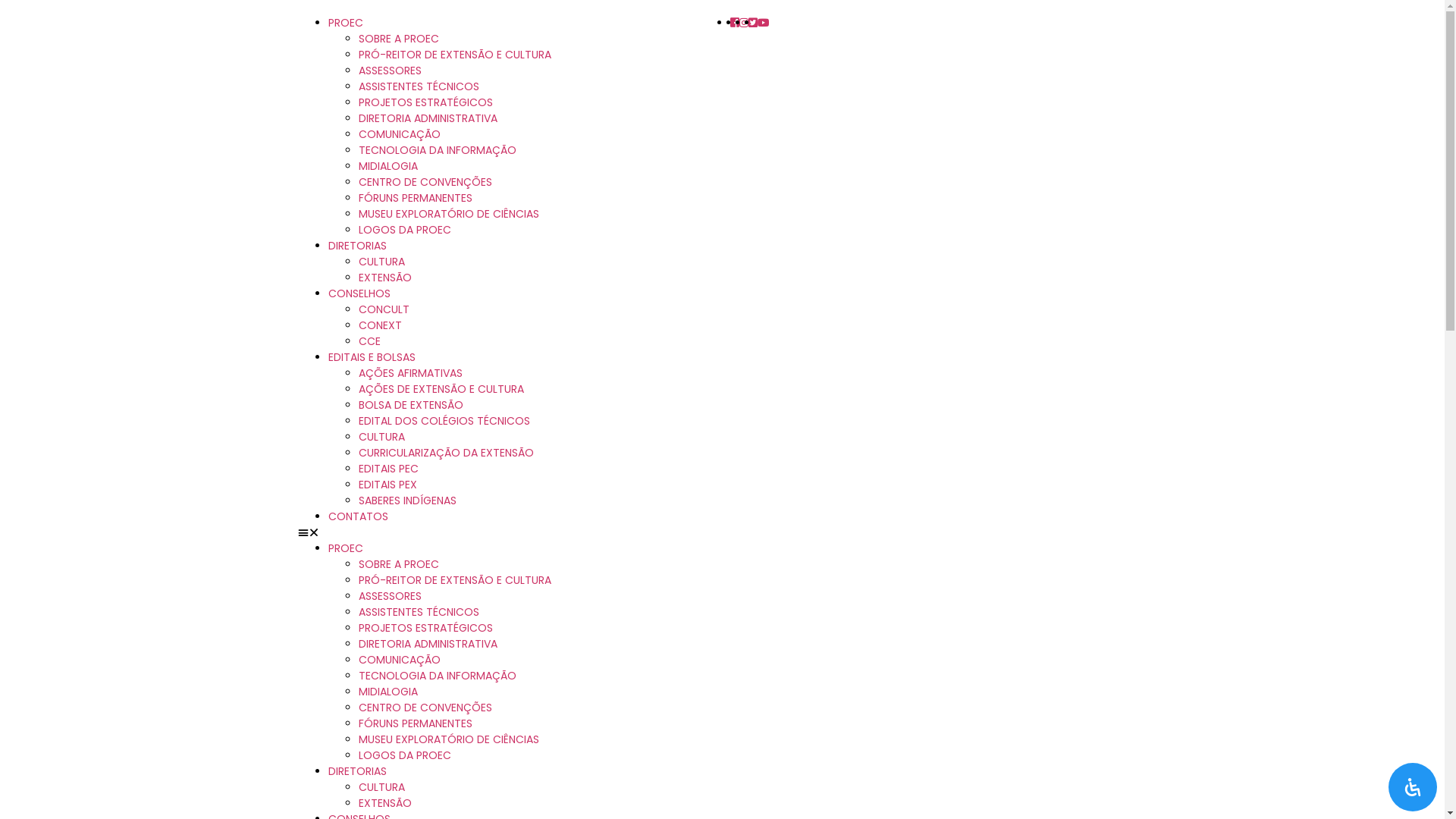 The image size is (1456, 819). I want to click on 'MIDIALOGIA', so click(387, 166).